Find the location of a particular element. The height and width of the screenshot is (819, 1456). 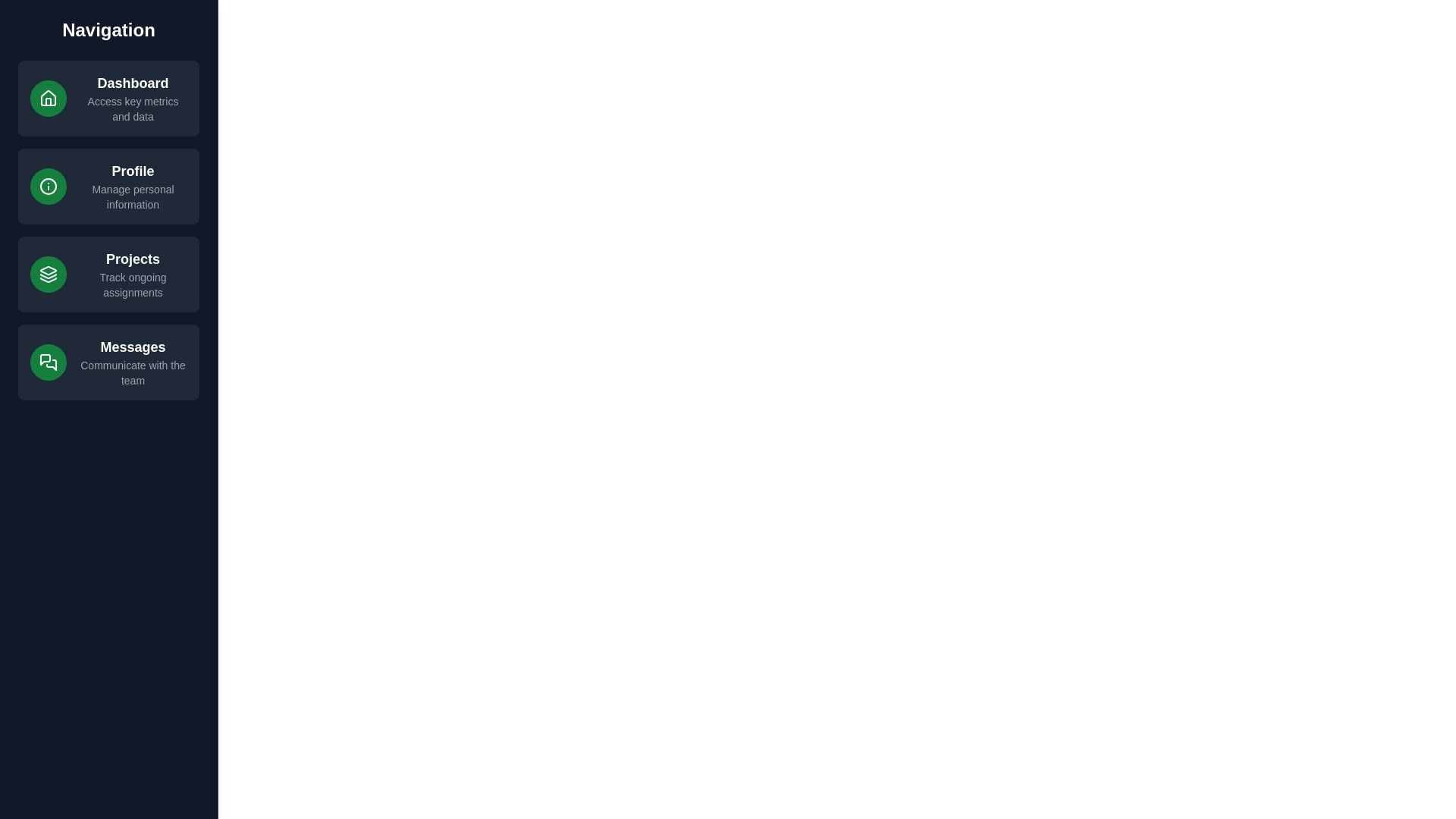

the icon associated with the Dashboard navigation item is located at coordinates (48, 99).